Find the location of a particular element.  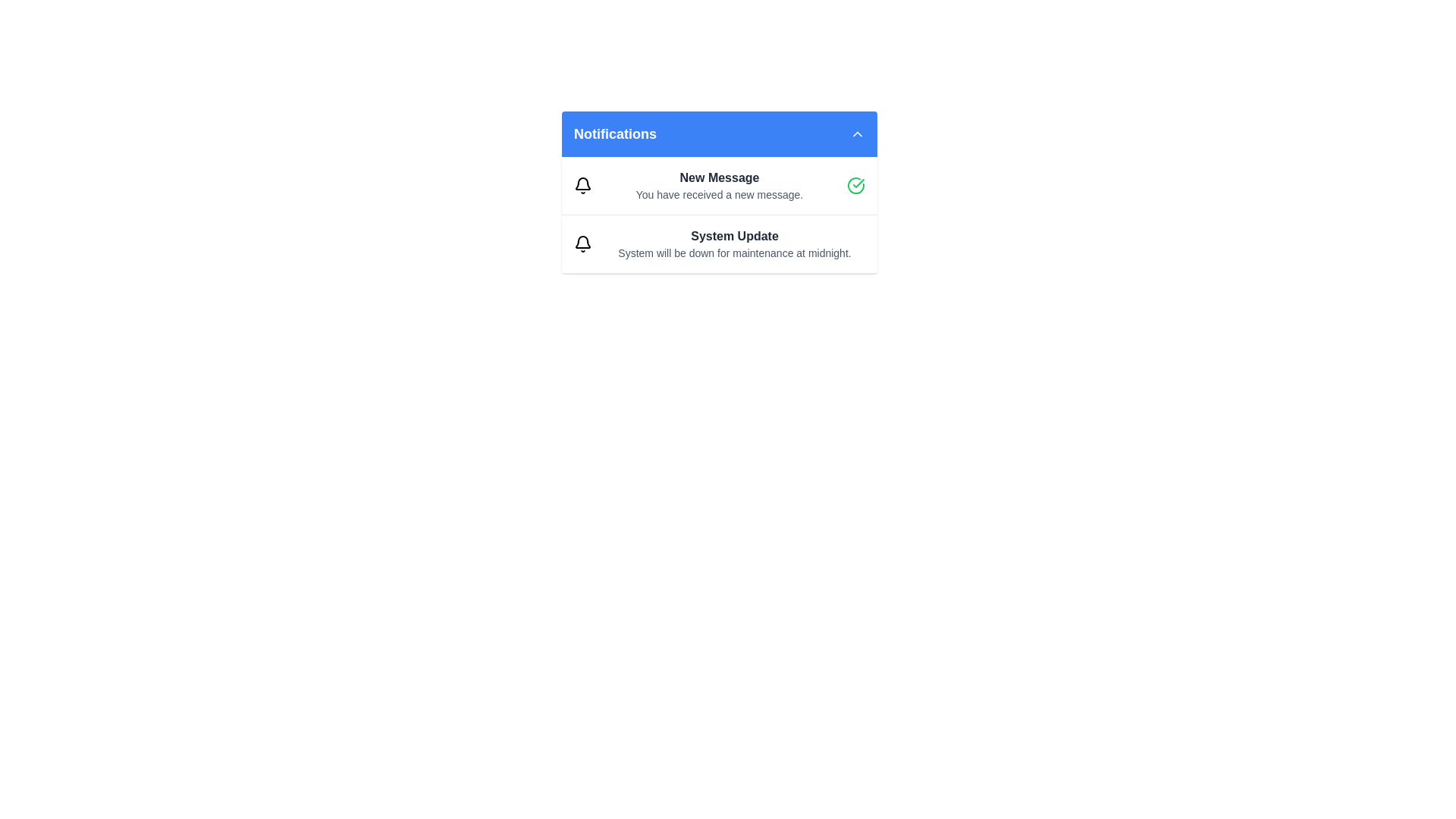

the second text block in the notifications panel that provides information about a scheduled system maintenance update is located at coordinates (735, 243).